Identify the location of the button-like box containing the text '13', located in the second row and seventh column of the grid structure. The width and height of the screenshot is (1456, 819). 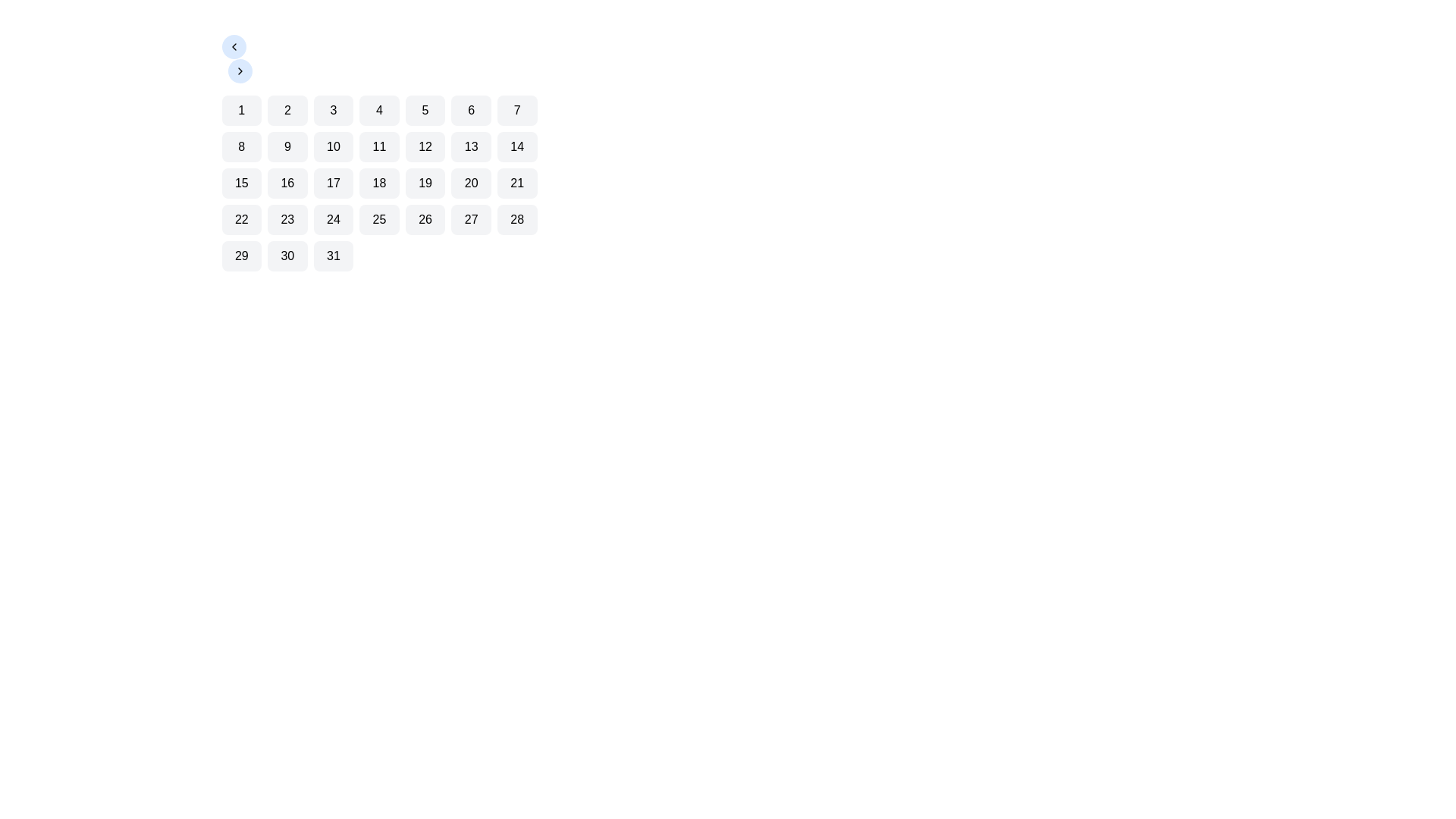
(470, 146).